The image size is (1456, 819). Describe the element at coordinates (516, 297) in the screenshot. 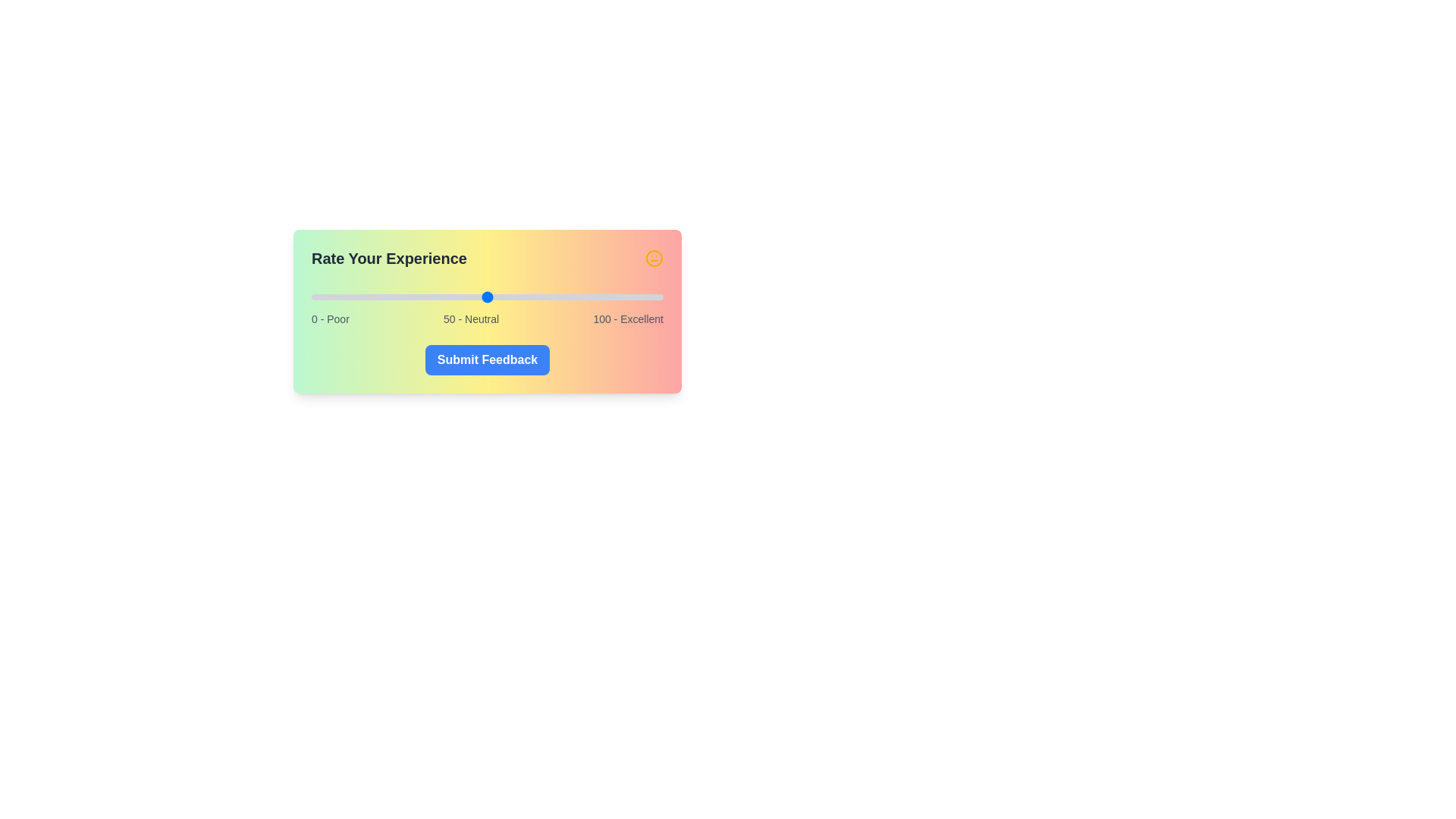

I see `the satisfaction slider to 58 value` at that location.